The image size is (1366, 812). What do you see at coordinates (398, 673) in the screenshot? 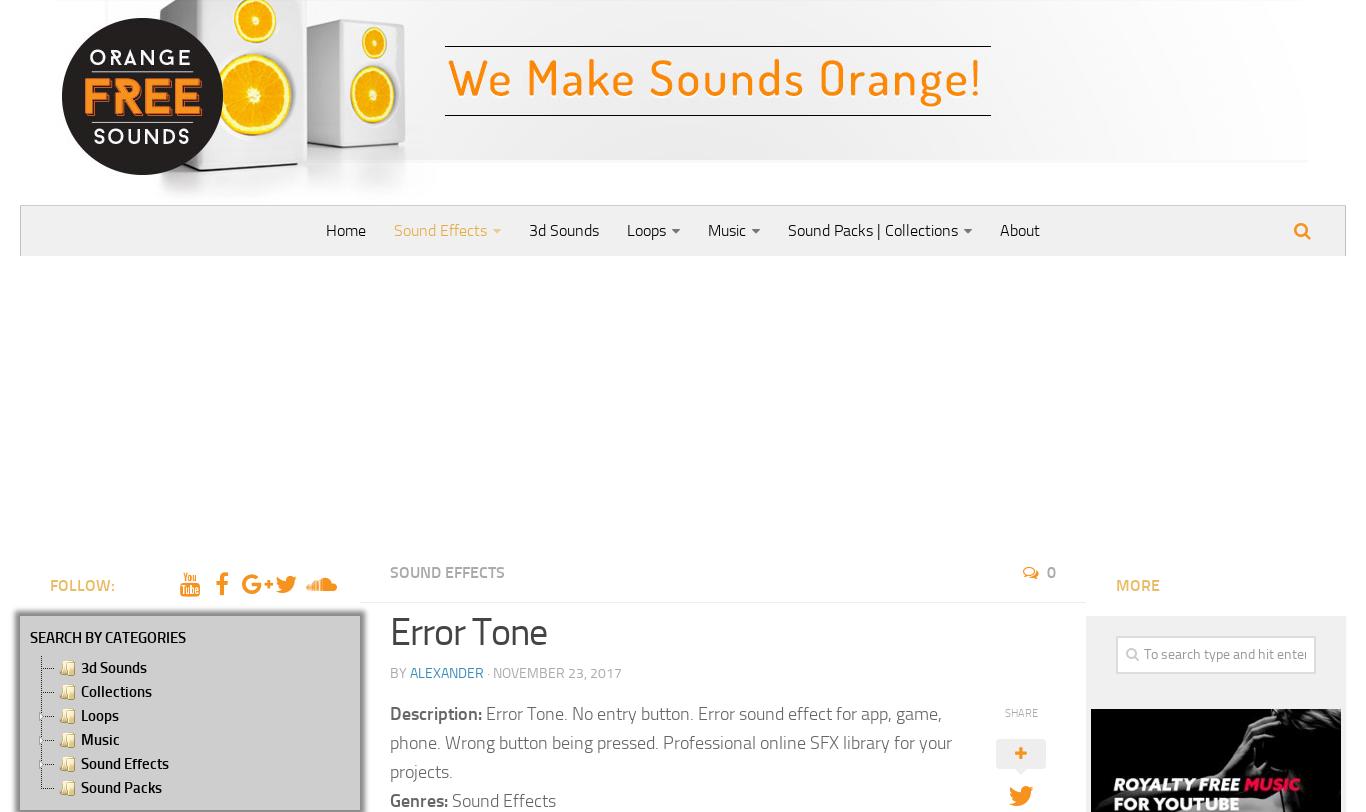
I see `'by'` at bounding box center [398, 673].